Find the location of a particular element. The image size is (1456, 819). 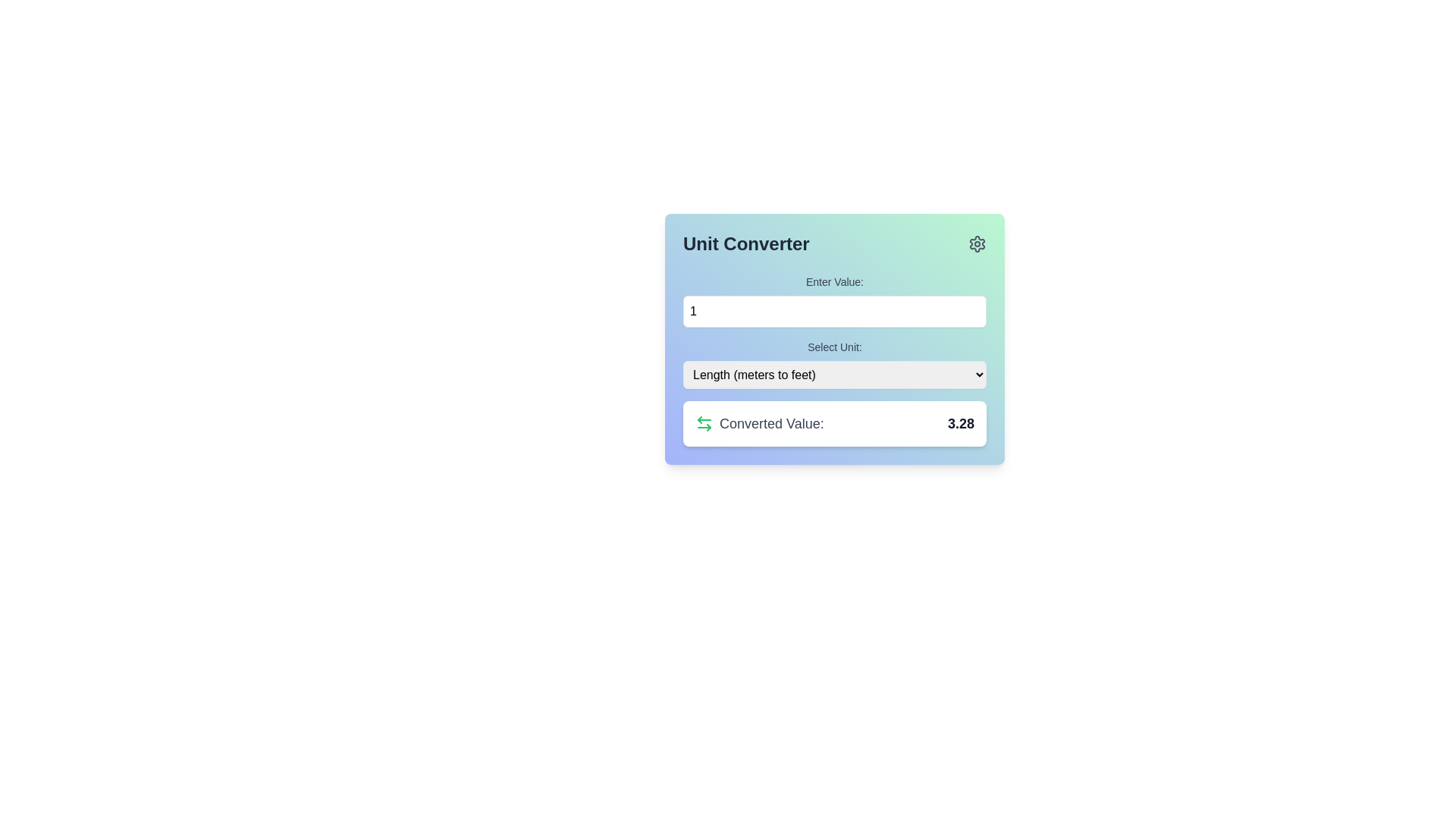

the gear/settings icon located at the top-right corner of the unit converter interface is located at coordinates (977, 243).